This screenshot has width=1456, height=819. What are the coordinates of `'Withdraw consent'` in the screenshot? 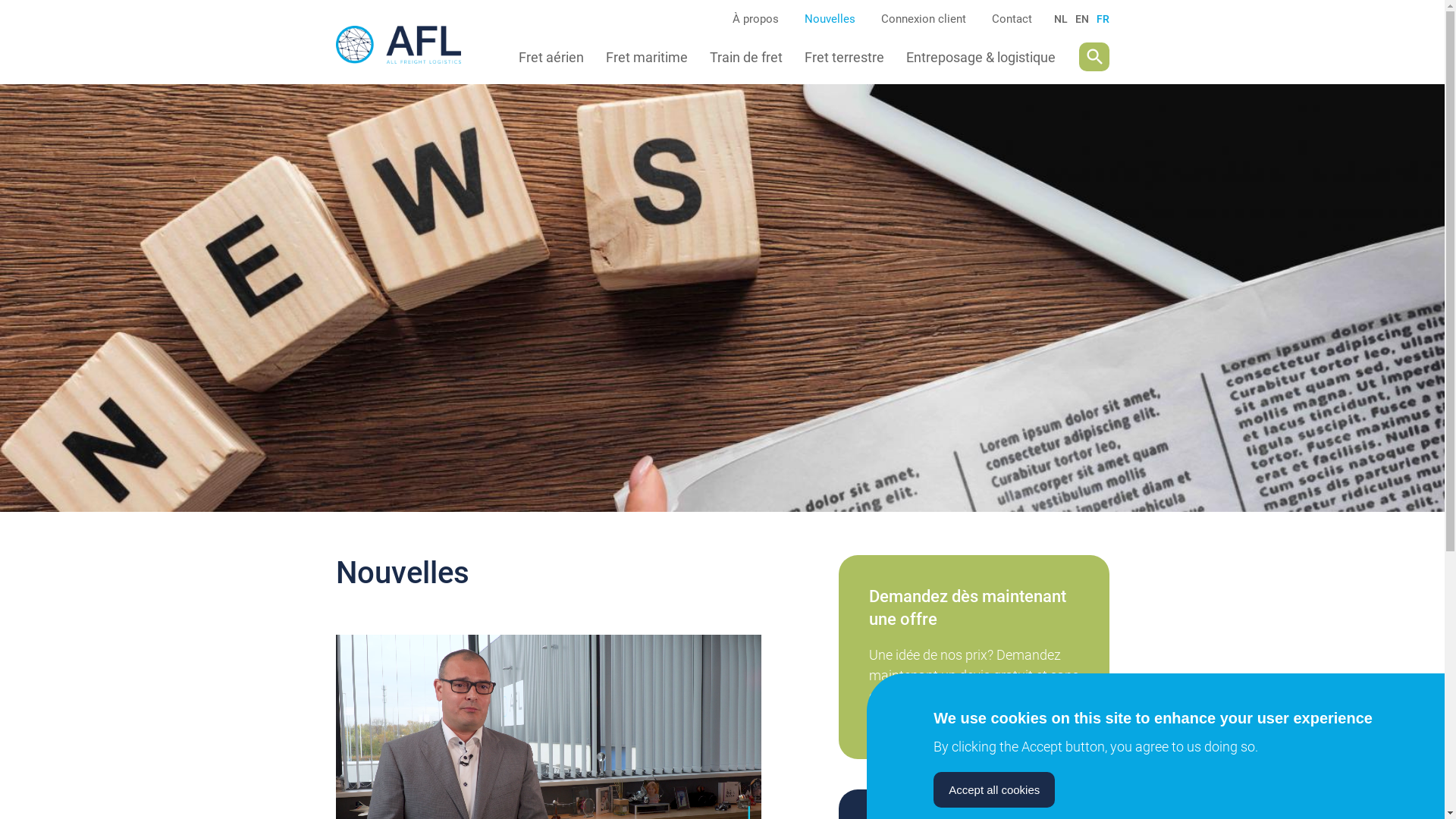 It's located at (1115, 780).